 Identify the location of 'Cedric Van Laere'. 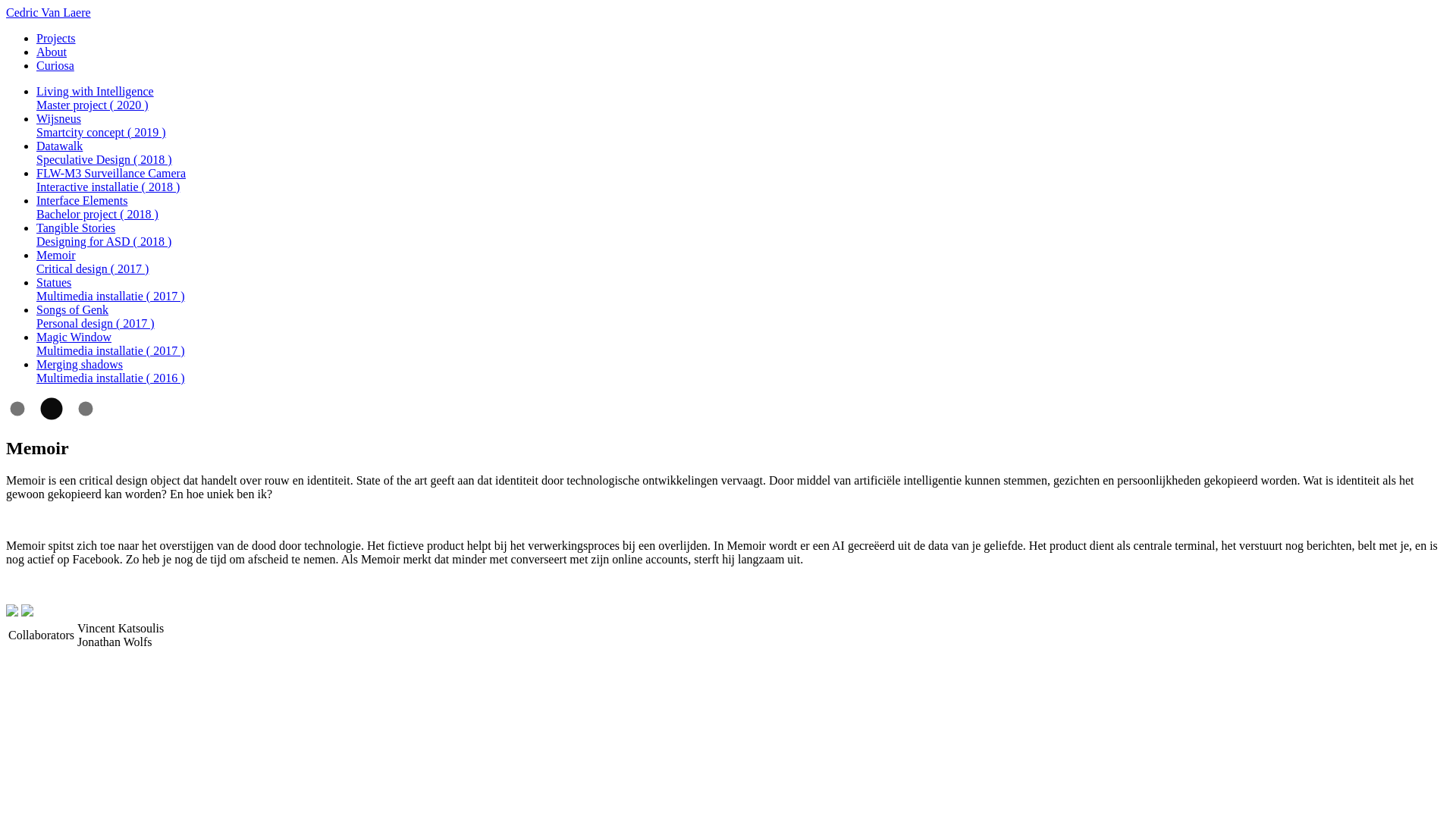
(48, 12).